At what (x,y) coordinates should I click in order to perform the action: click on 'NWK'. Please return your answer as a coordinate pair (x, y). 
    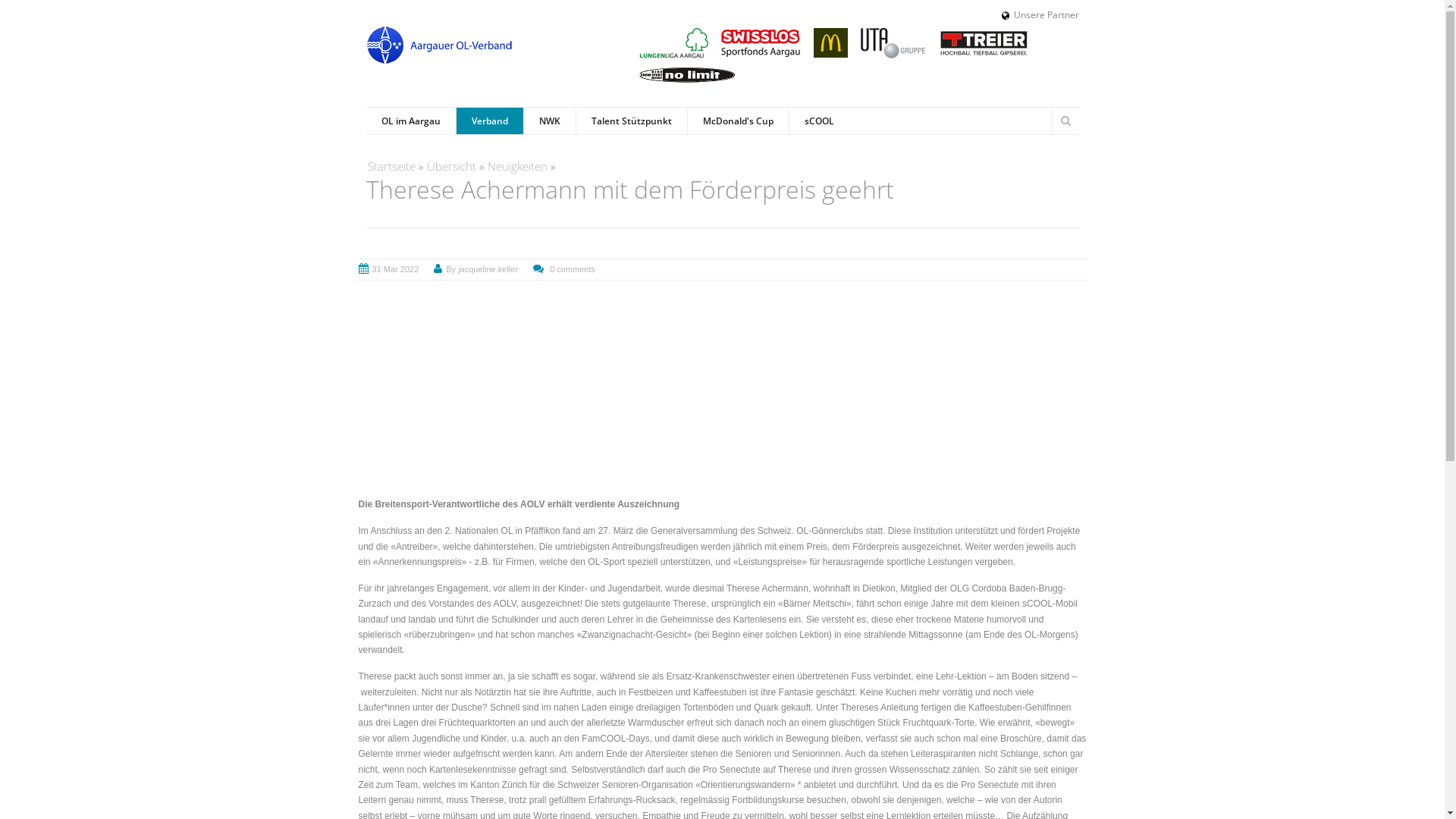
    Looking at the image, I should click on (548, 120).